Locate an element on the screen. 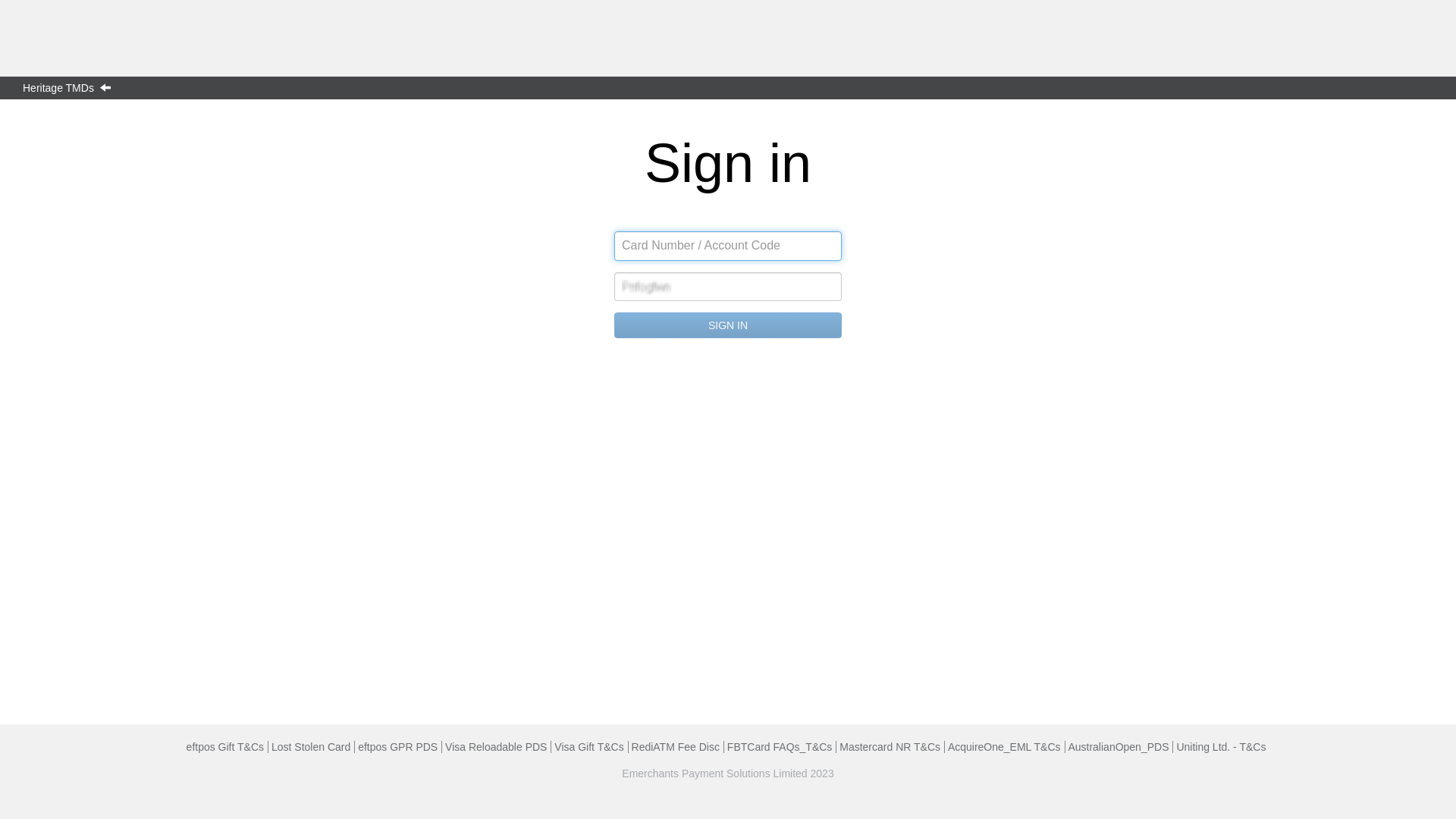  'Visa Reloadable PDS' is located at coordinates (495, 745).